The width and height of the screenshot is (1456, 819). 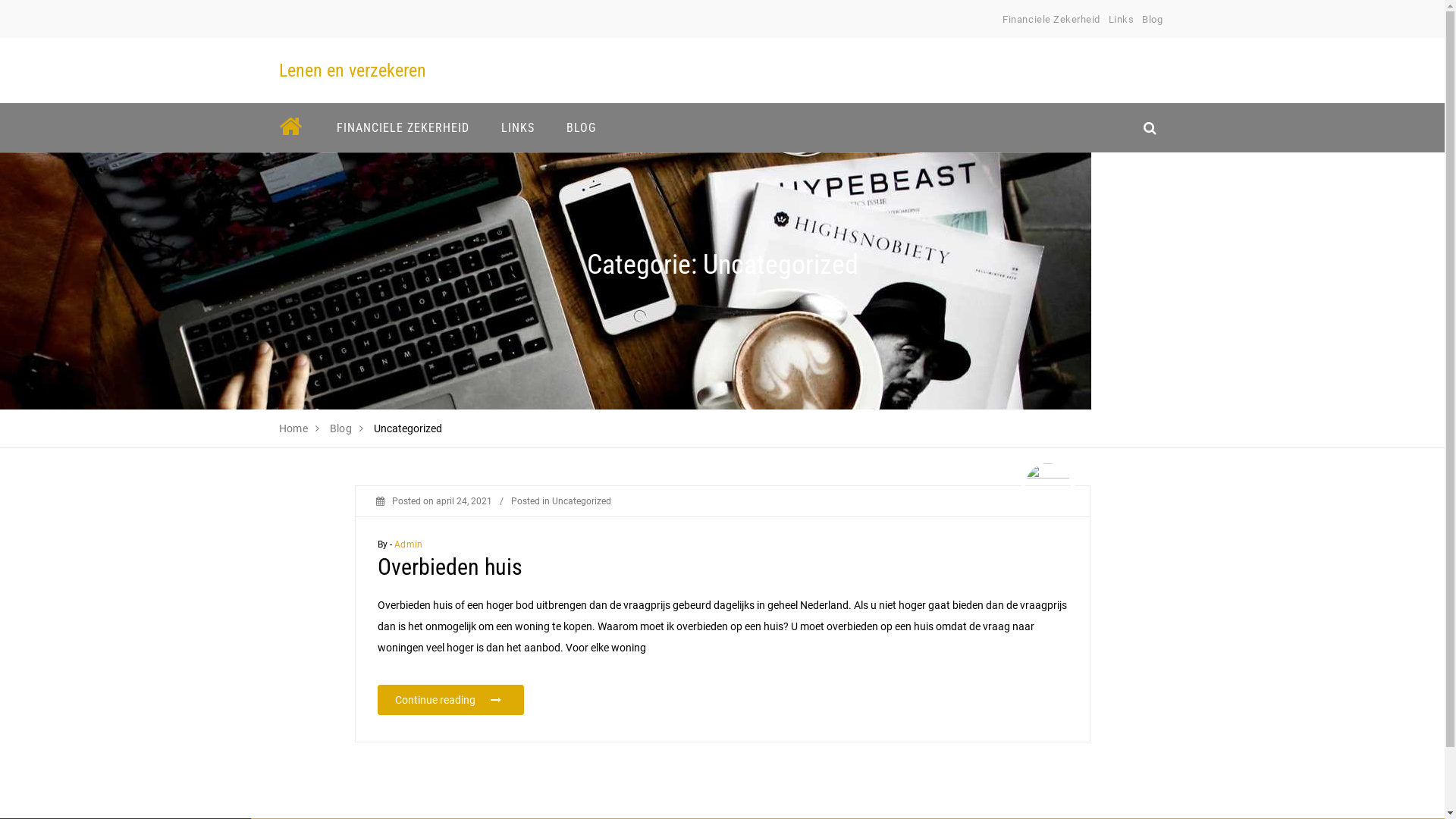 What do you see at coordinates (1149, 127) in the screenshot?
I see `'search_icon'` at bounding box center [1149, 127].